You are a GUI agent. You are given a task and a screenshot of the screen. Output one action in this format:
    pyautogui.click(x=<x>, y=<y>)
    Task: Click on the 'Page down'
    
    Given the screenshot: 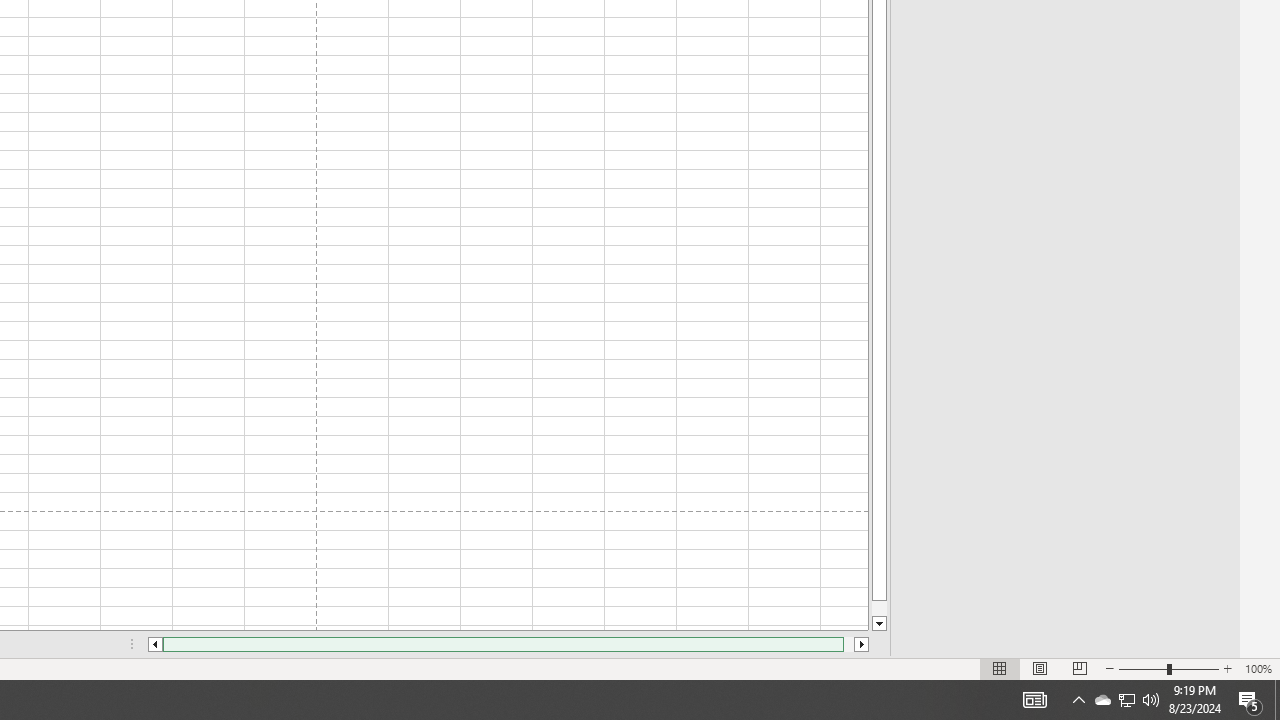 What is the action you would take?
    pyautogui.click(x=879, y=607)
    